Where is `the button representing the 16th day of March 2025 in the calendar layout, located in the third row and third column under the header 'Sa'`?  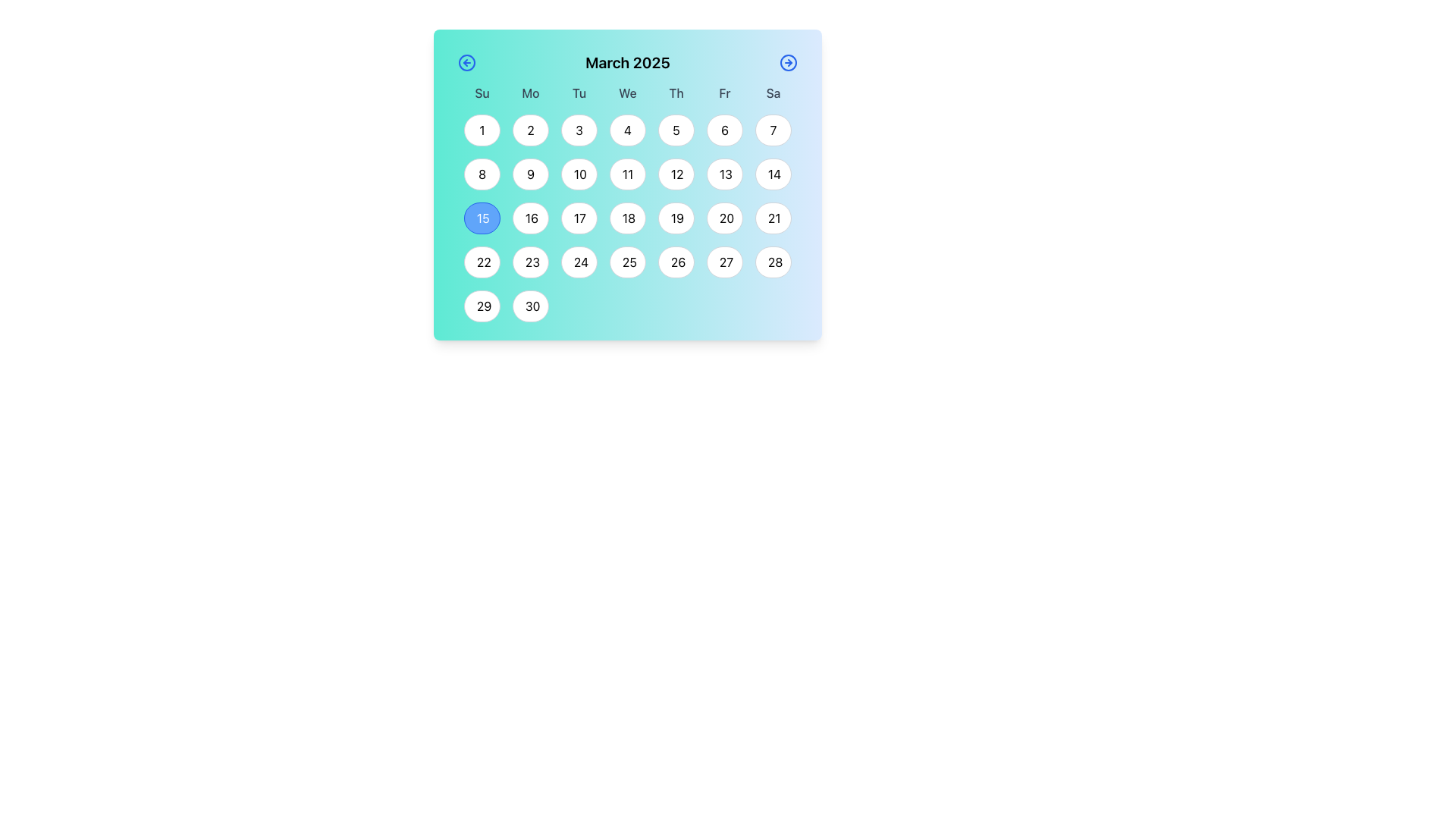
the button representing the 16th day of March 2025 in the calendar layout, located in the third row and third column under the header 'Sa' is located at coordinates (531, 218).